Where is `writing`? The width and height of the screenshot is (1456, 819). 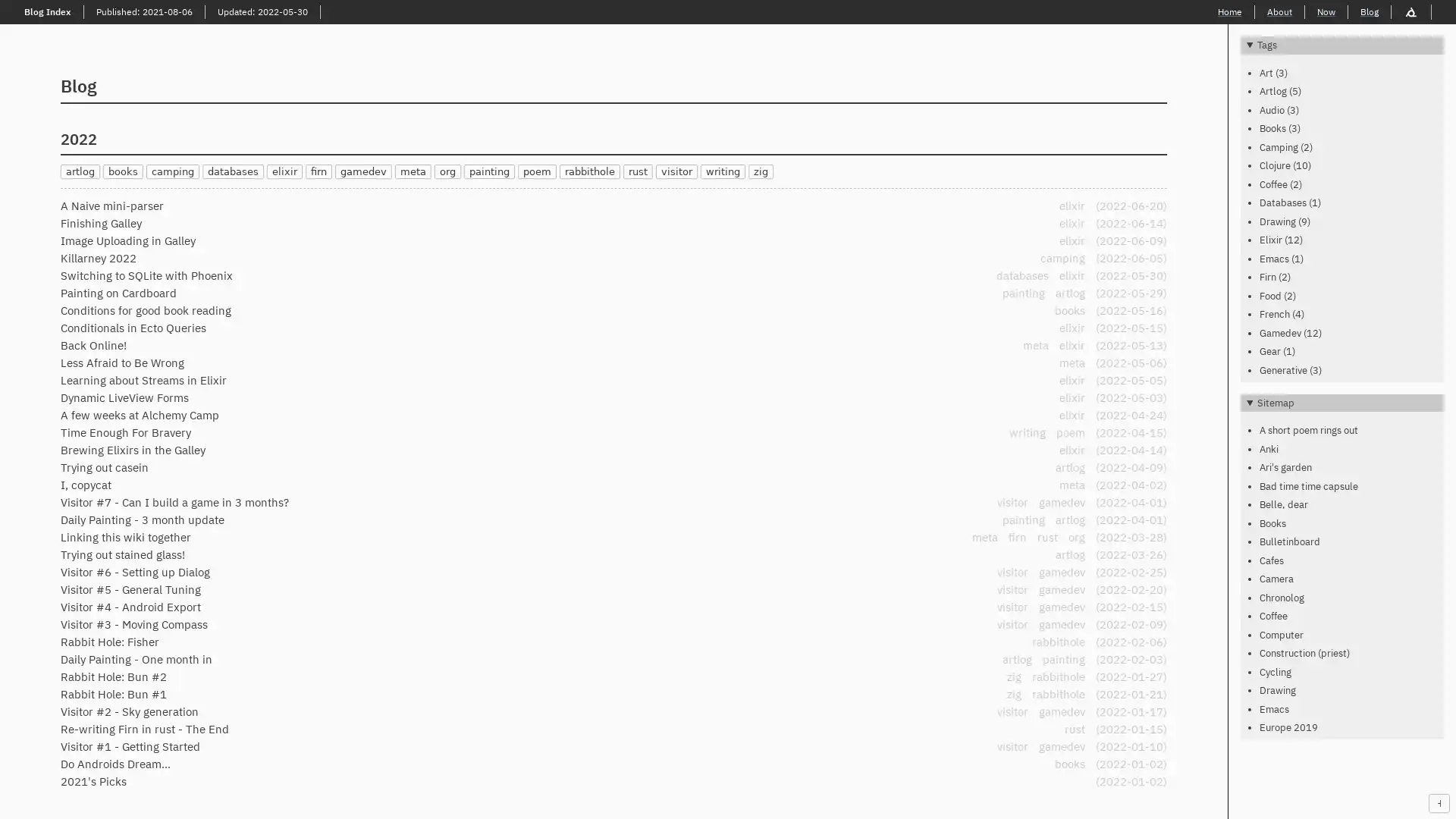 writing is located at coordinates (722, 171).